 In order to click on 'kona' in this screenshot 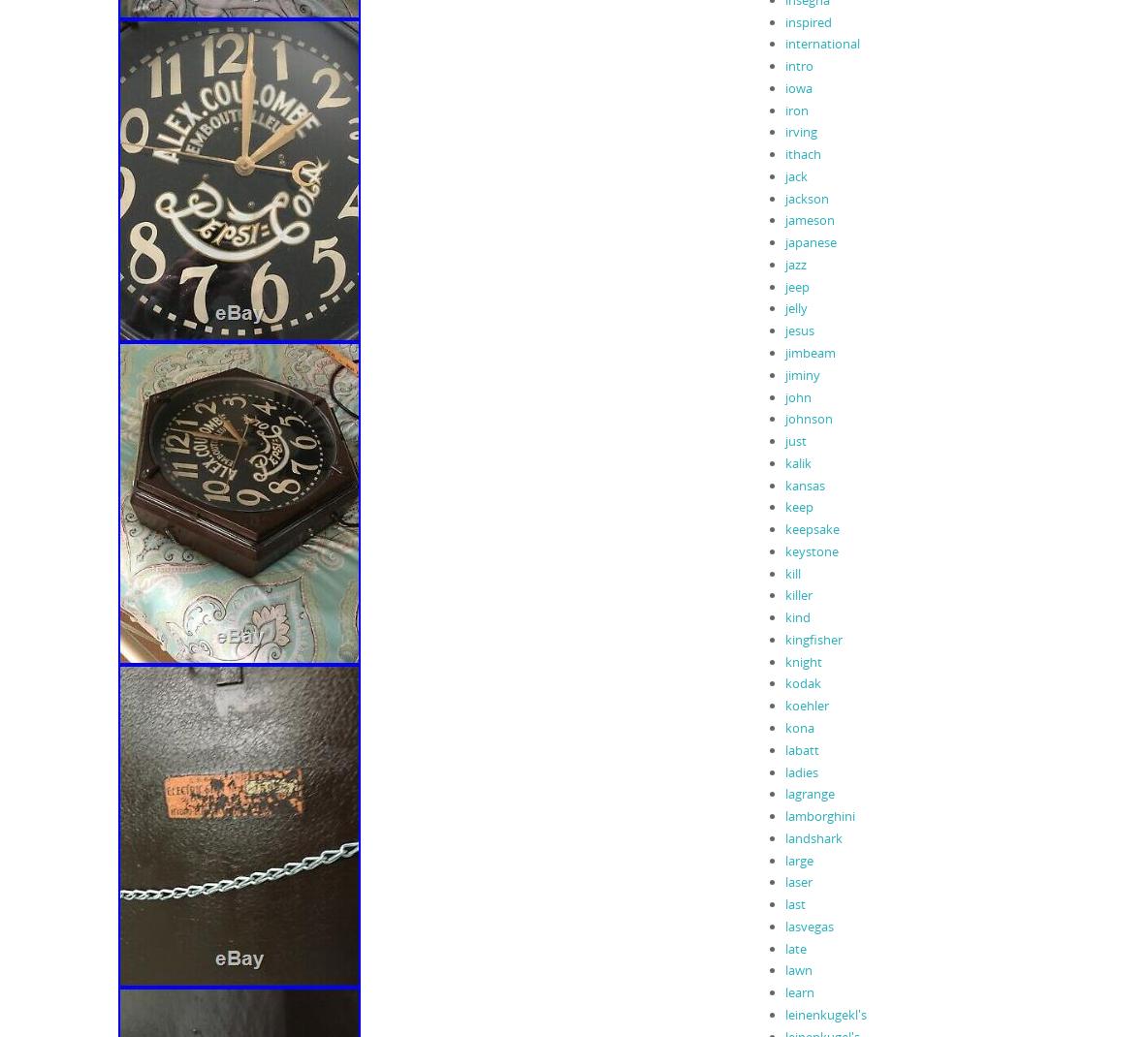, I will do `click(798, 727)`.